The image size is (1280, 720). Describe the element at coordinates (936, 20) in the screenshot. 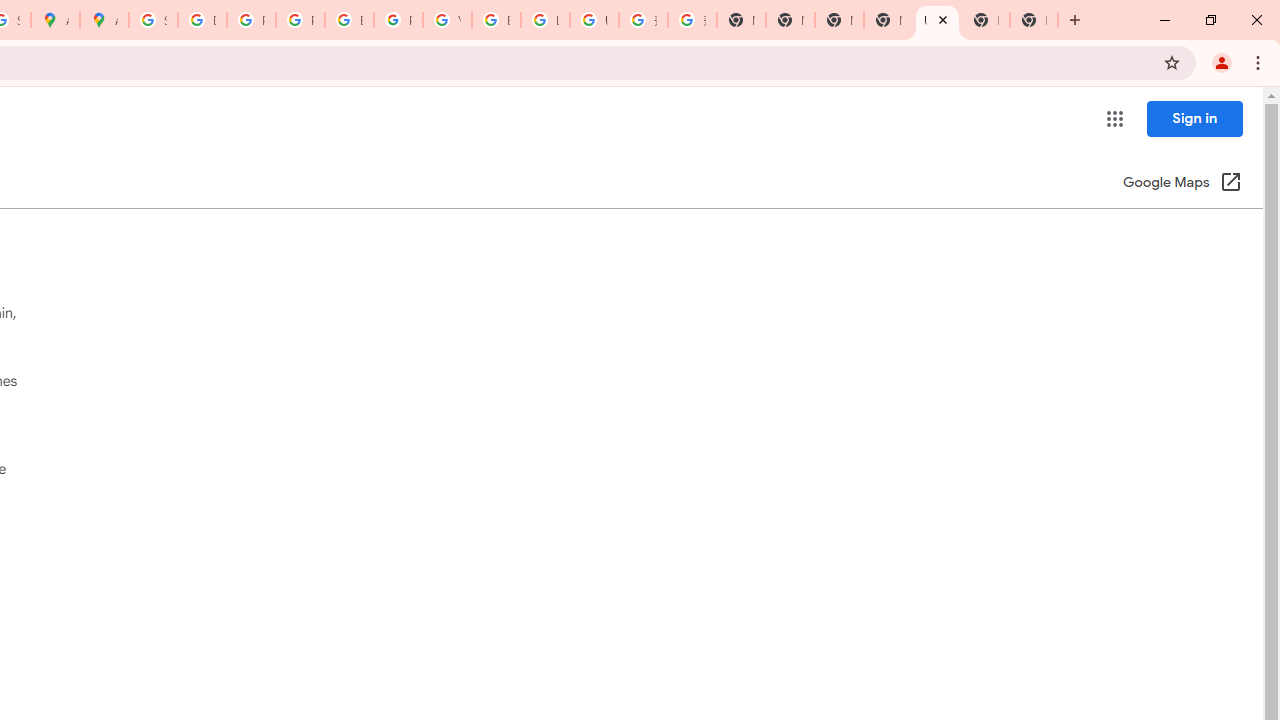

I see `'Use Google Maps in Space - Google Maps Help'` at that location.